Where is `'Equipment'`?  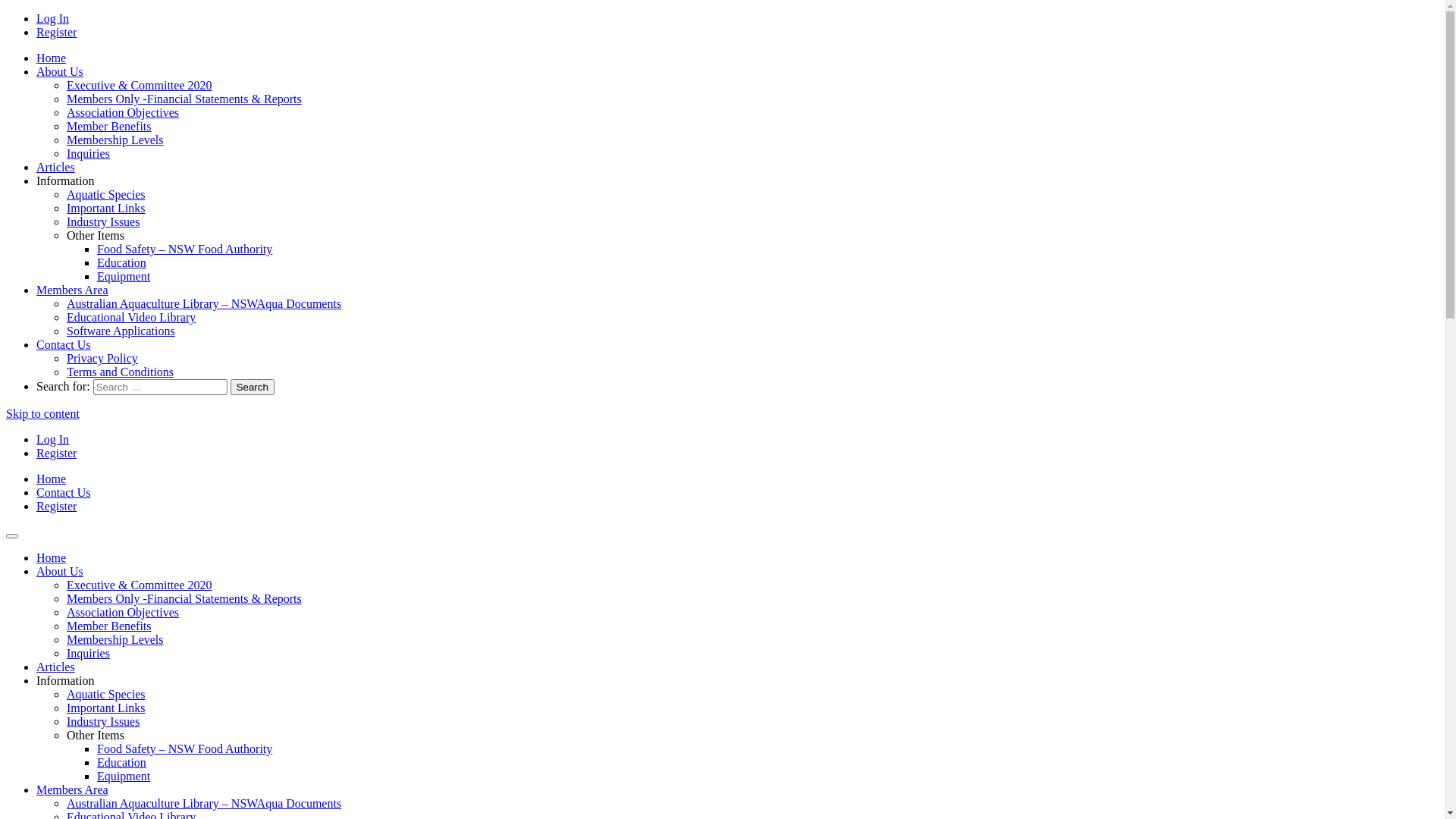 'Equipment' is located at coordinates (96, 276).